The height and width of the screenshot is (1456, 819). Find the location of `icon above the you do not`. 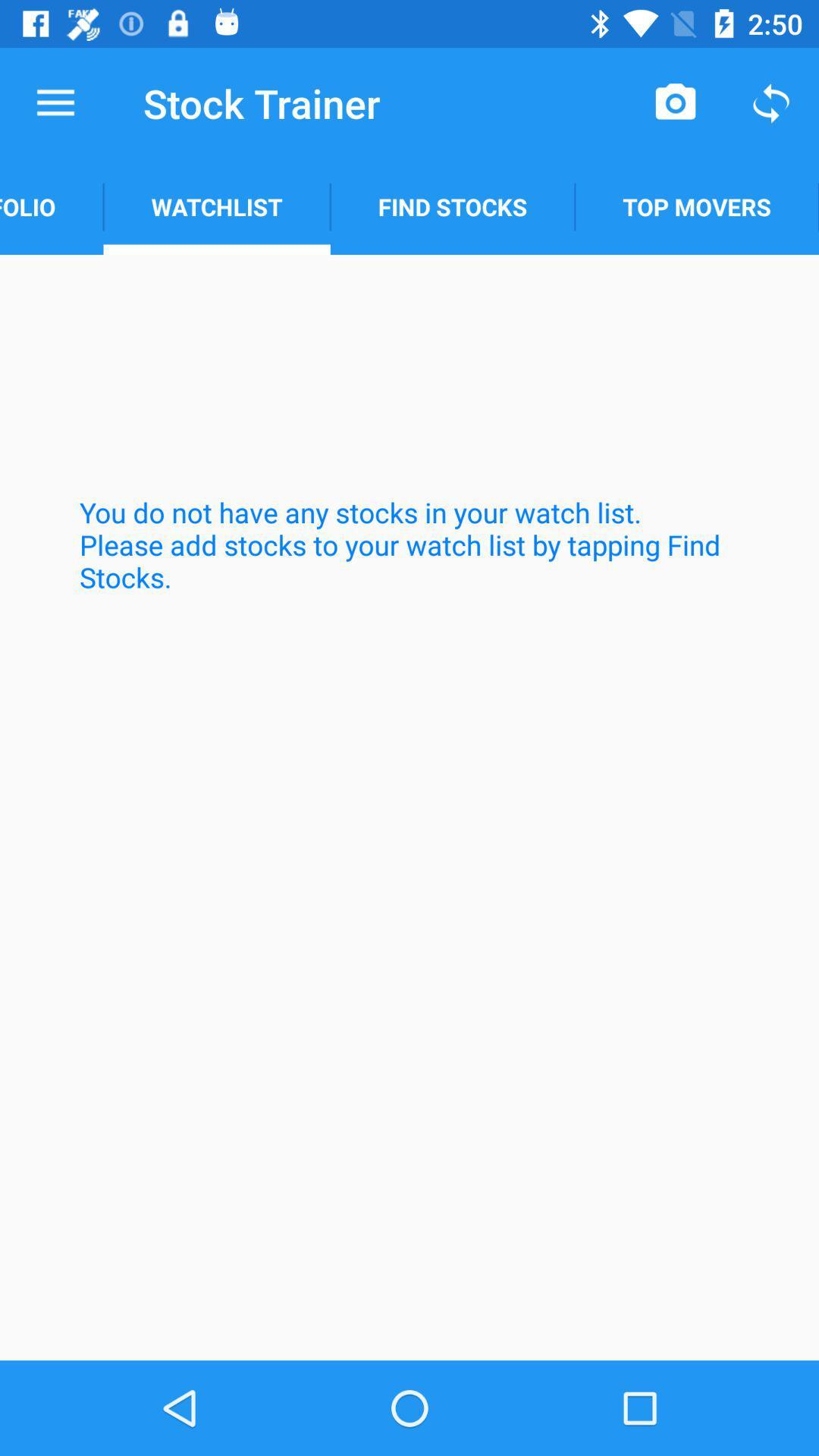

icon above the you do not is located at coordinates (697, 206).